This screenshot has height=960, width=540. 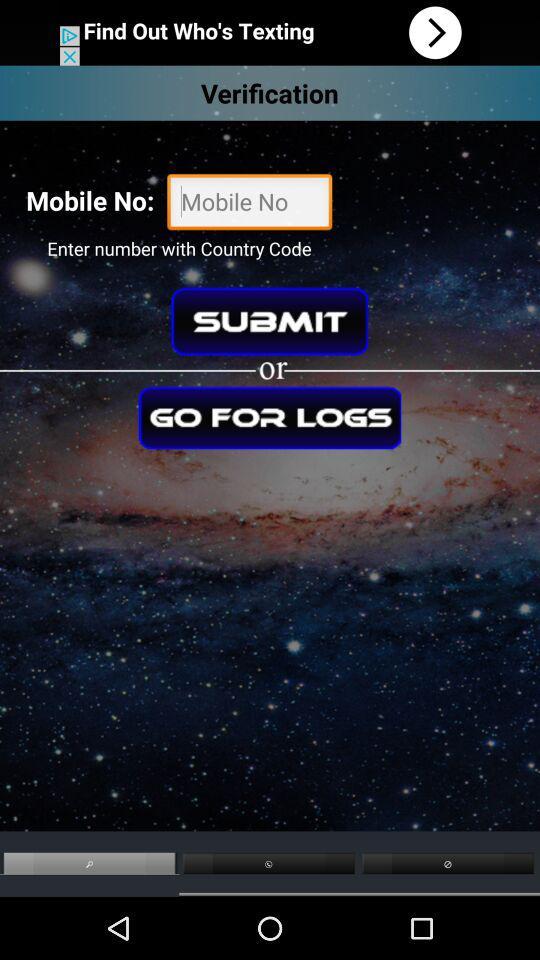 I want to click on number, so click(x=249, y=204).